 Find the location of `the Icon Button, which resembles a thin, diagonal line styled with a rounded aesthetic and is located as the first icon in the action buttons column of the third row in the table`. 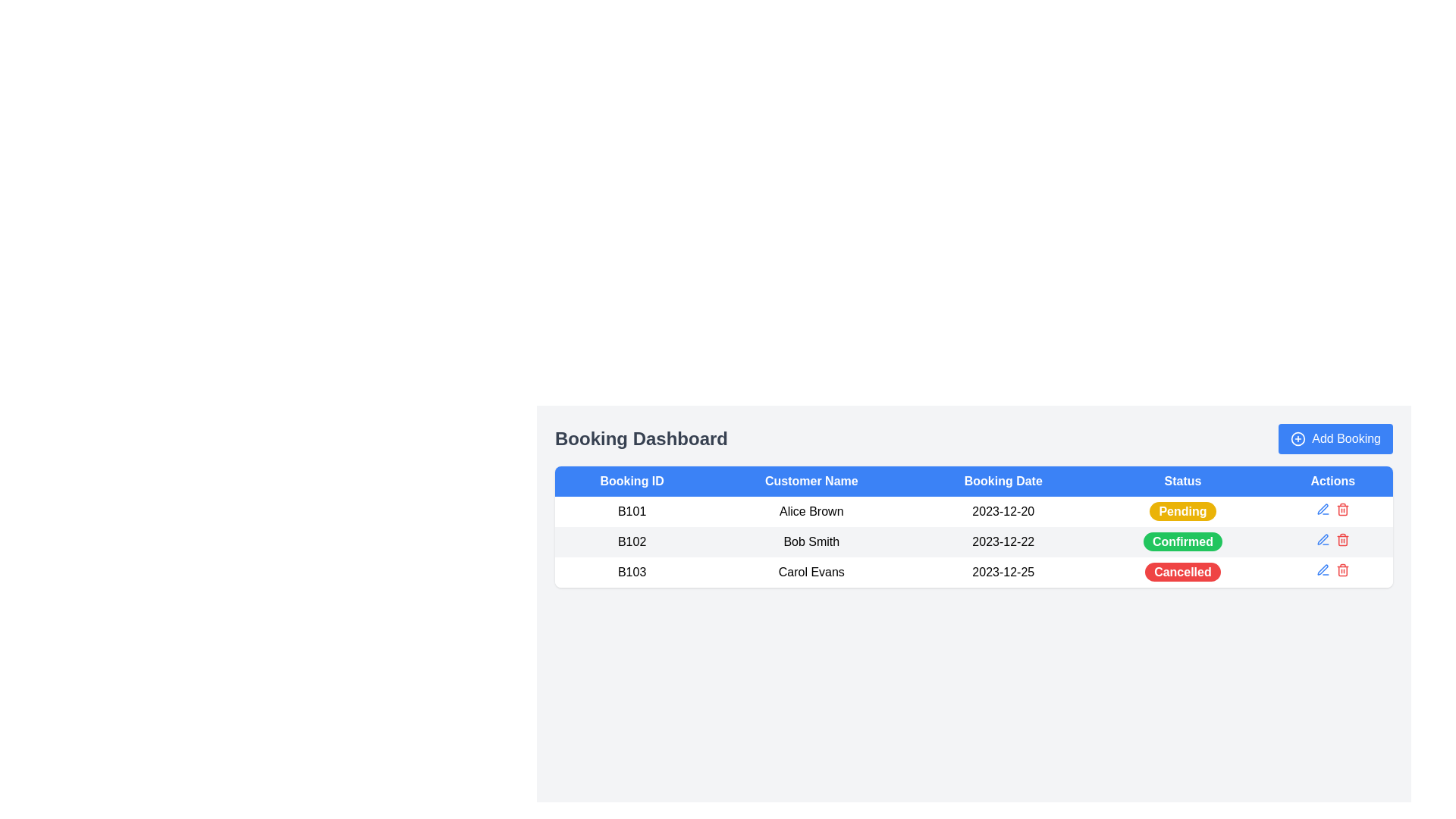

the Icon Button, which resembles a thin, diagonal line styled with a rounded aesthetic and is located as the first icon in the action buttons column of the third row in the table is located at coordinates (1322, 570).